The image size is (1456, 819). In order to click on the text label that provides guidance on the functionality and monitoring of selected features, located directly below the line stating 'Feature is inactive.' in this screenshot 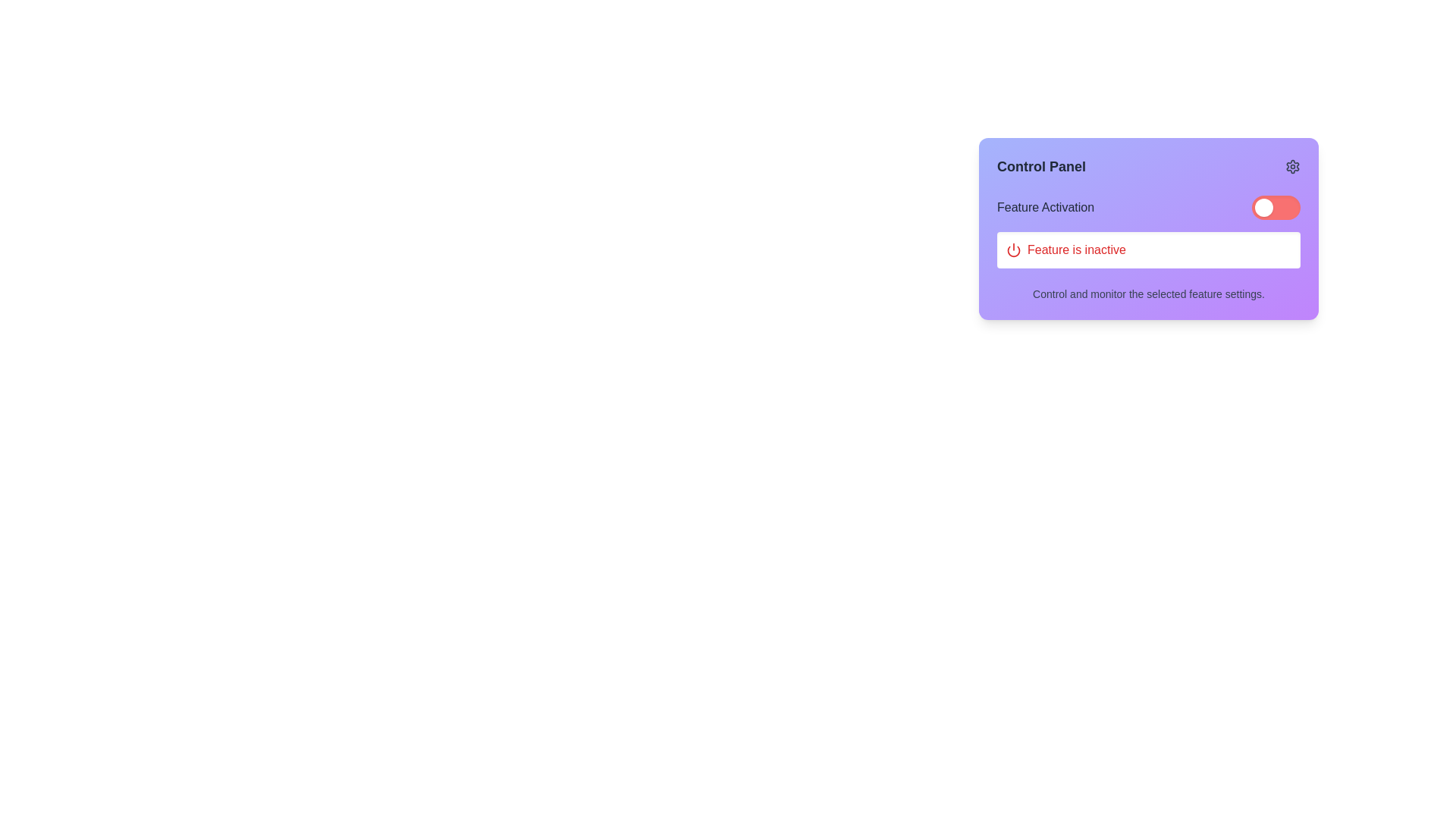, I will do `click(1149, 294)`.